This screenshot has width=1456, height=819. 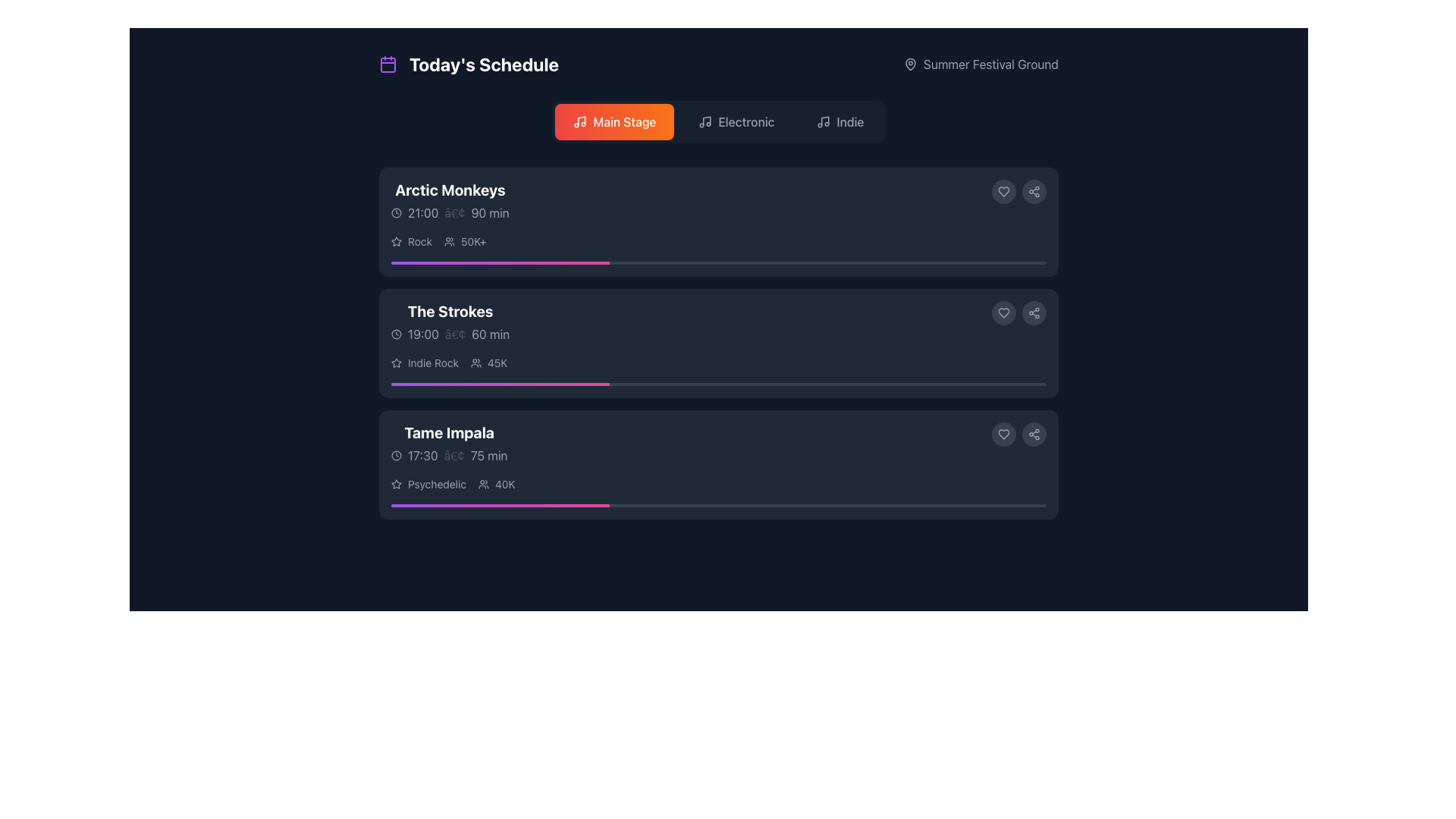 I want to click on the 'Electronic' text label within the button component, so click(x=746, y=121).